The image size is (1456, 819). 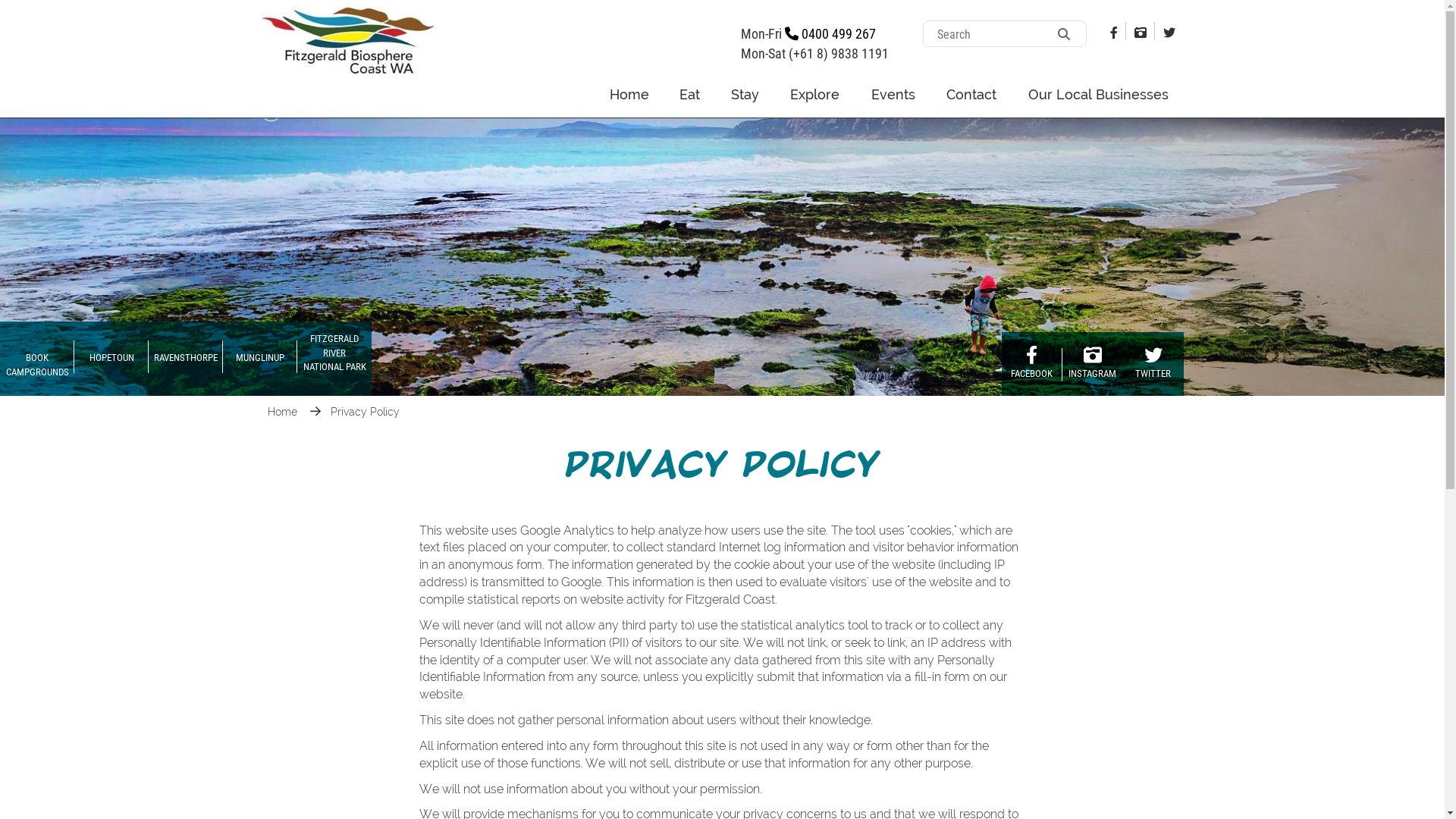 I want to click on 'Contact', so click(x=930, y=94).